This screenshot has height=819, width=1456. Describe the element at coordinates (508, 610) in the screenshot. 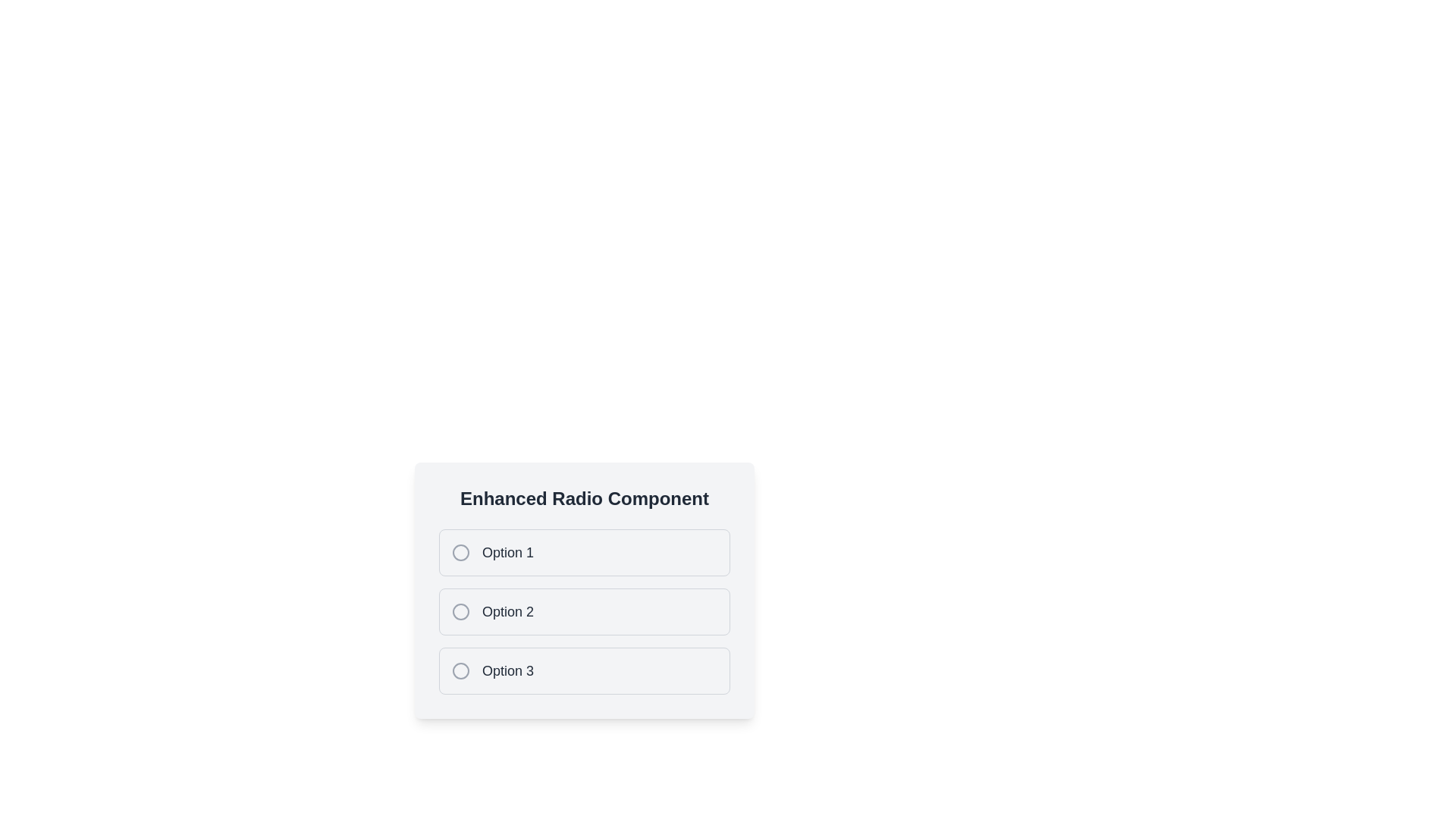

I see `the static text label 'Option 2', which is the second item in a vertical list of radio button options, styled in medium weight dark gray, located to the right of the radio button icon` at that location.